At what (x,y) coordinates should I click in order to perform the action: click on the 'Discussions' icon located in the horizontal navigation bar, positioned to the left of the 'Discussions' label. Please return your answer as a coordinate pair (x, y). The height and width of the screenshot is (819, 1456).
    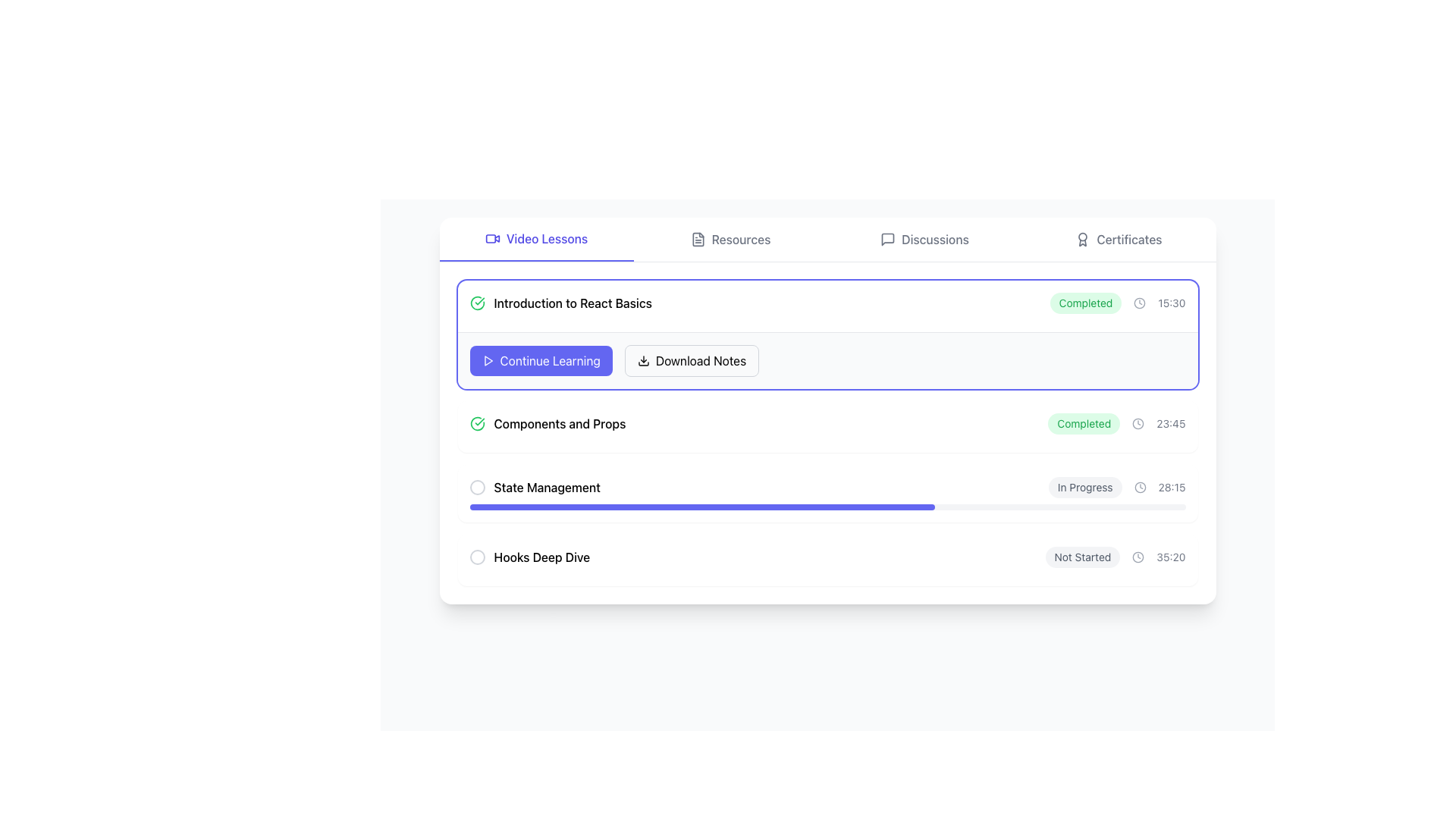
    Looking at the image, I should click on (888, 239).